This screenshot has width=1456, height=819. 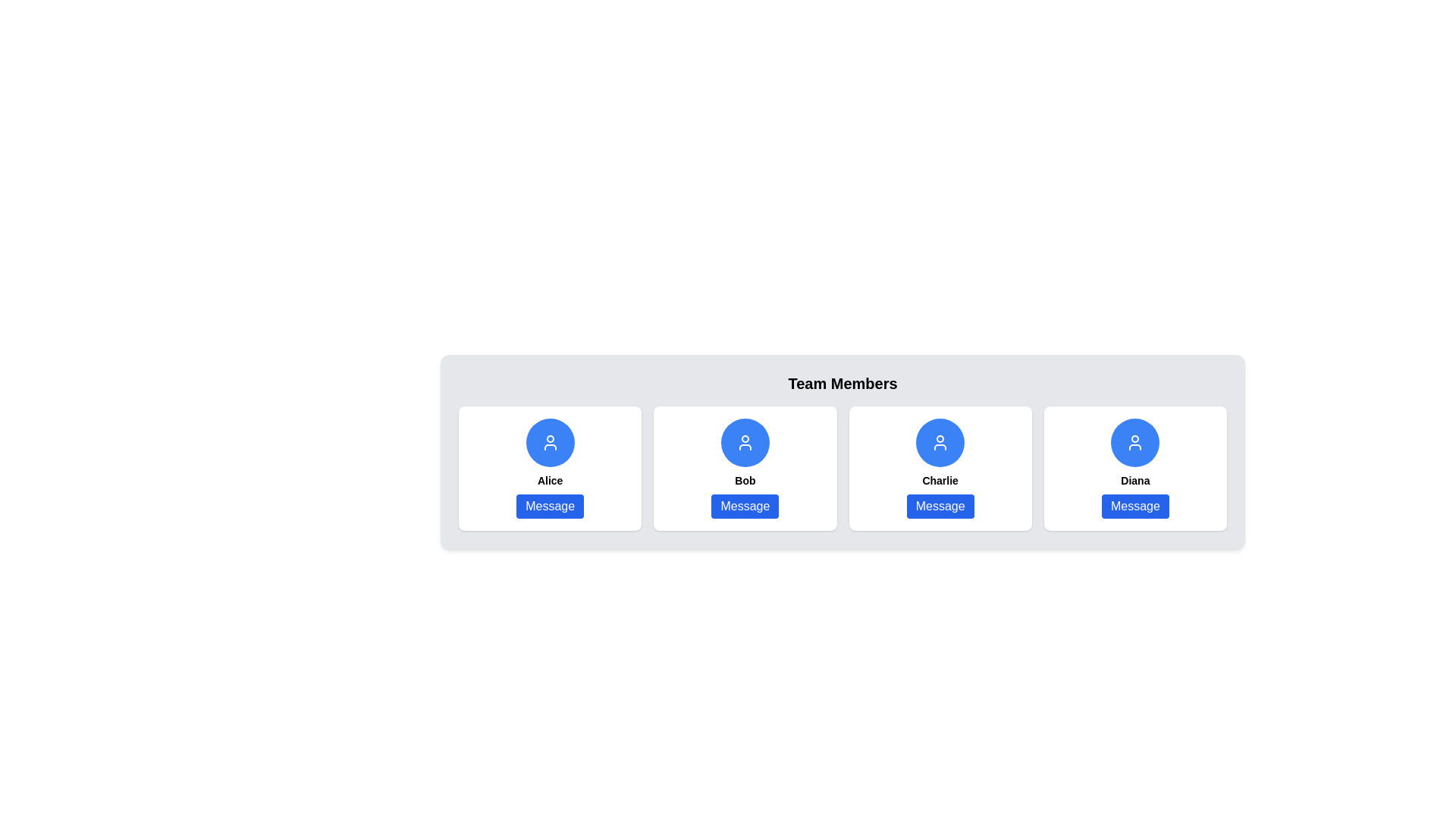 I want to click on the Profile Icon representing 'Charlie', which is located in the third card of four user profile cards, so click(x=940, y=442).